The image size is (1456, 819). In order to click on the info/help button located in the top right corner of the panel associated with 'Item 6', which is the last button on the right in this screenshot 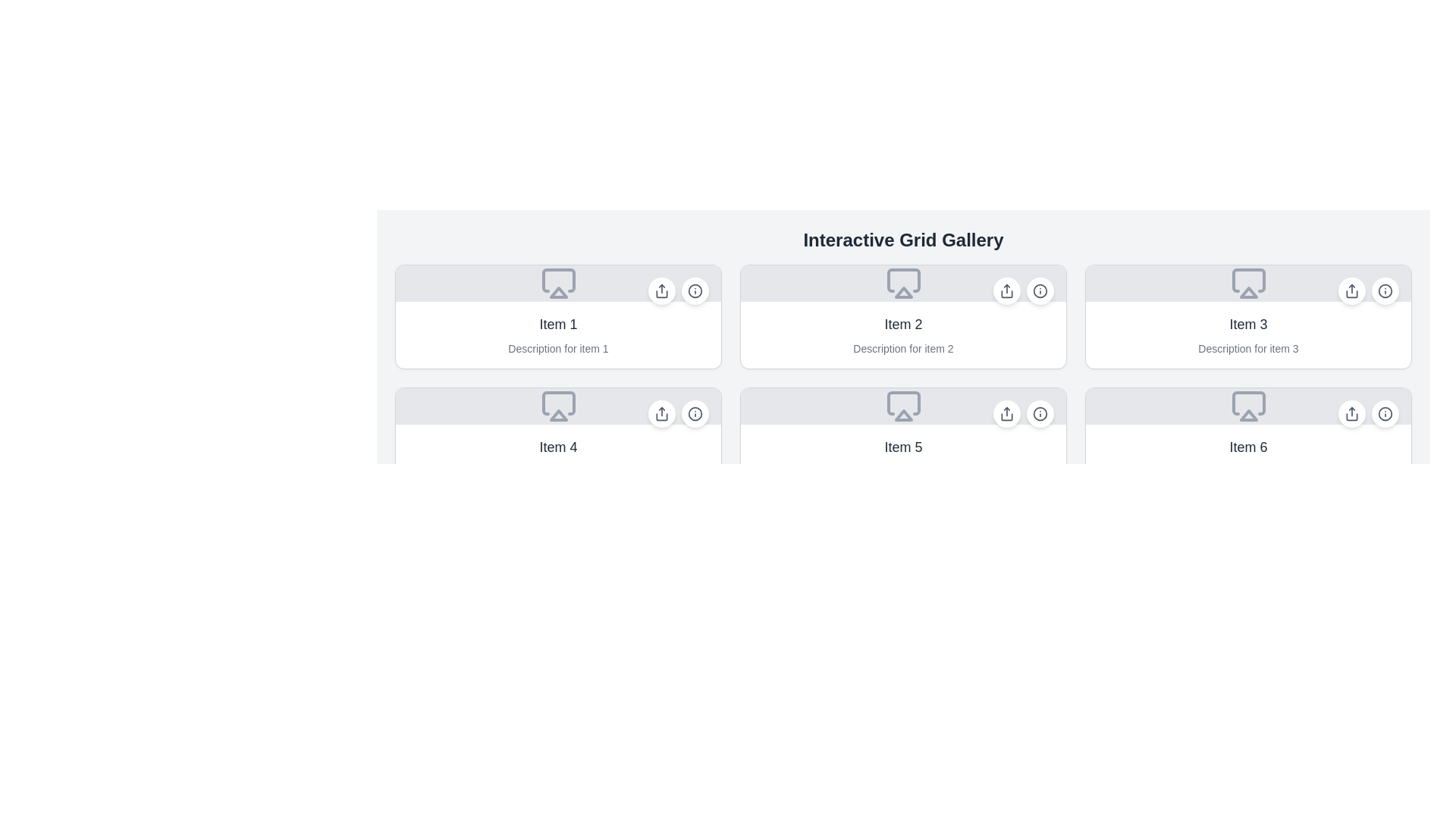, I will do `click(1385, 414)`.